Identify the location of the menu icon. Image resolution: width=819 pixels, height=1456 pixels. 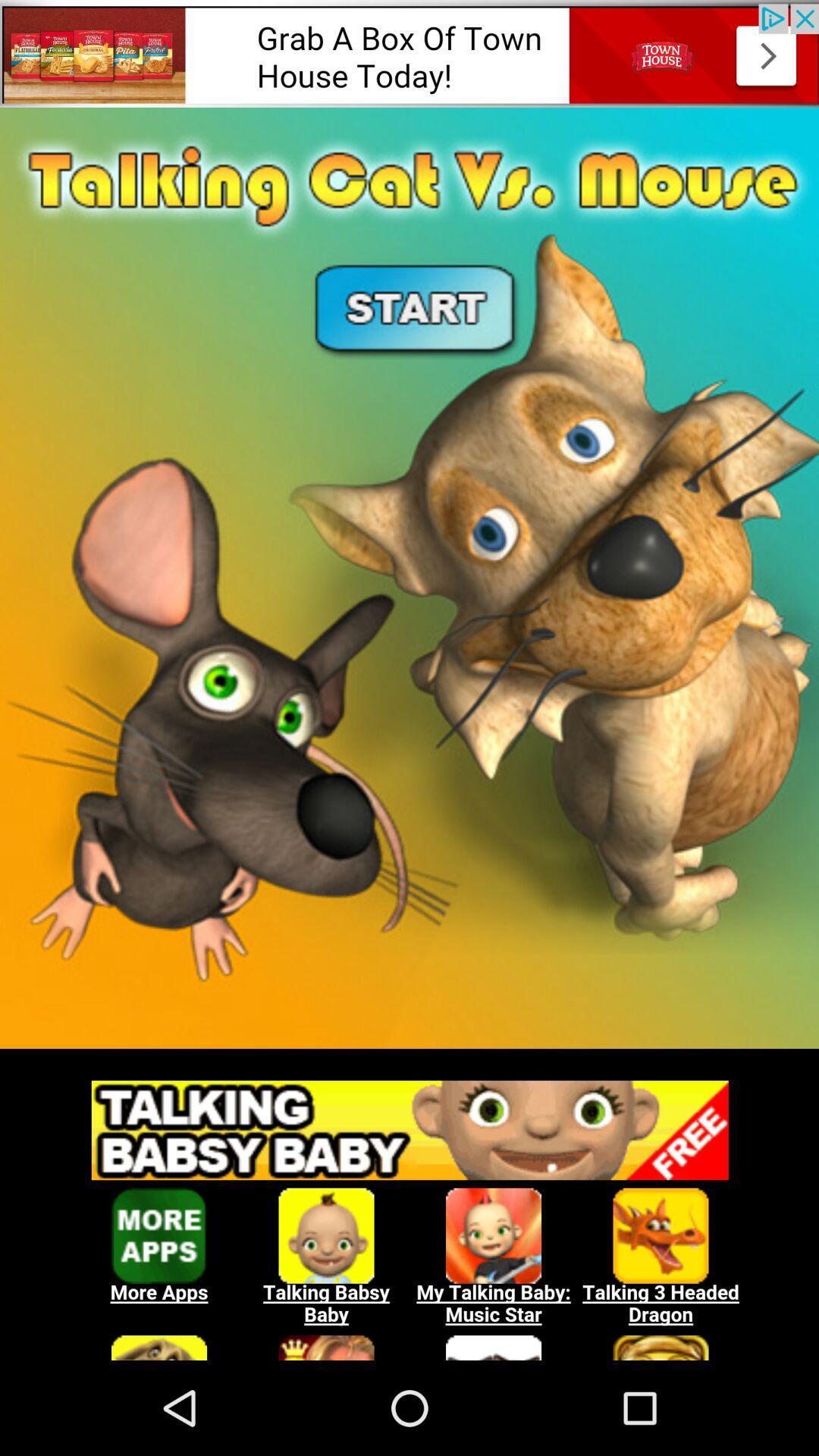
(67, 1110).